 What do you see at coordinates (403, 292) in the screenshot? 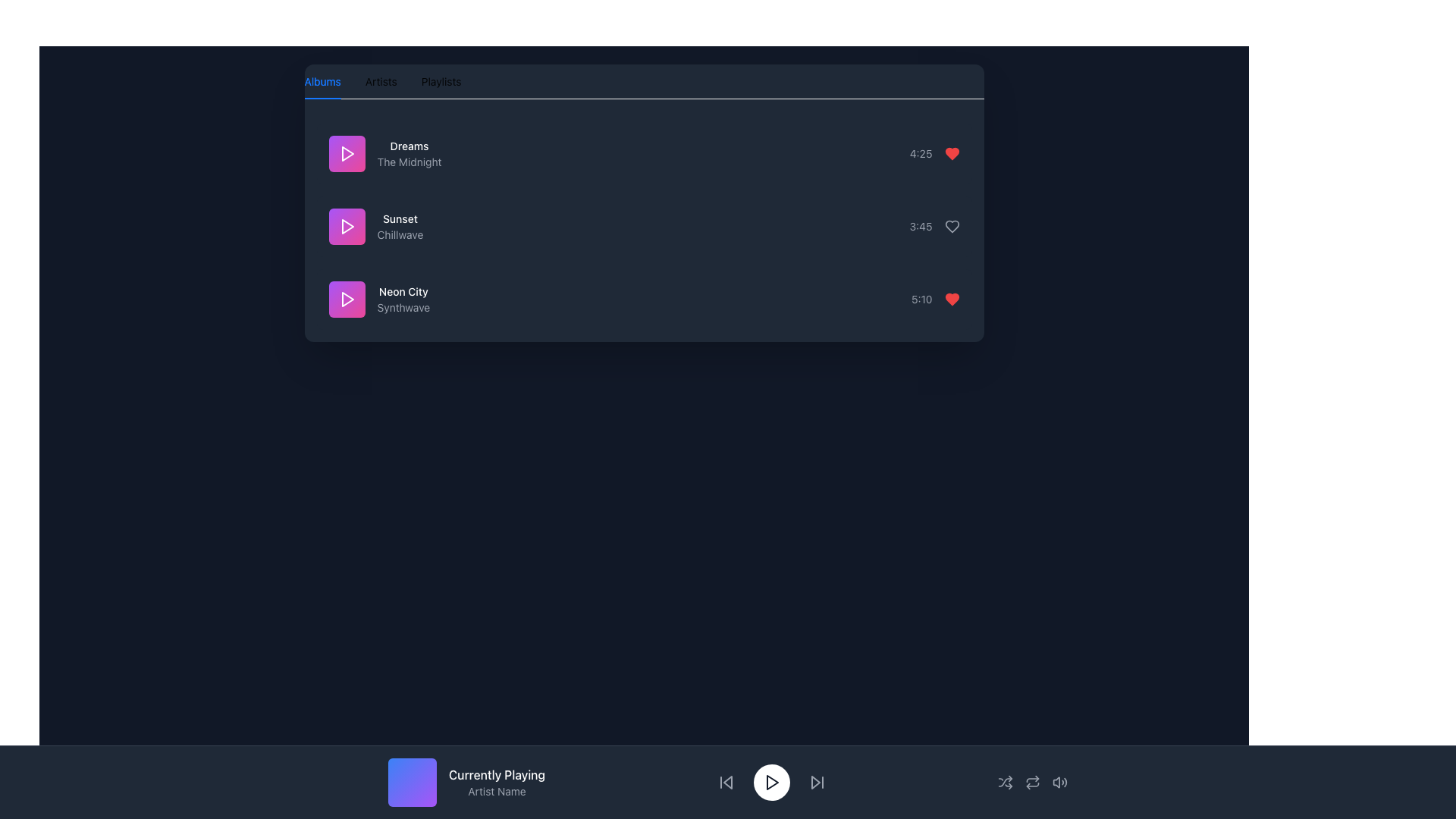
I see `text of the title label displaying the name of the song or album, which is positioned above the subtitle 'Synthwave' in the third entry of a vertically stacked list` at bounding box center [403, 292].